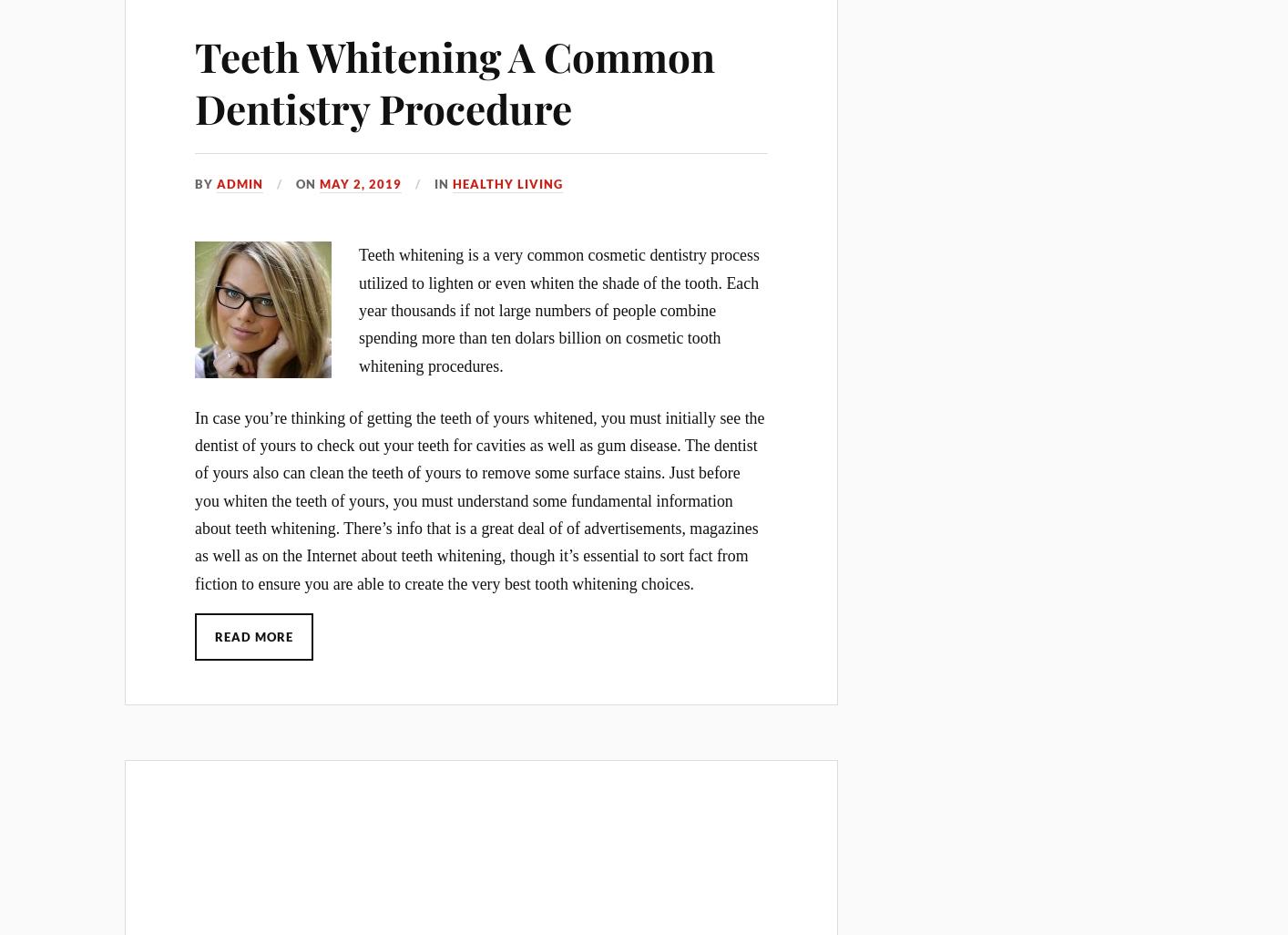 The image size is (1288, 935). Describe the element at coordinates (193, 181) in the screenshot. I see `'By'` at that location.